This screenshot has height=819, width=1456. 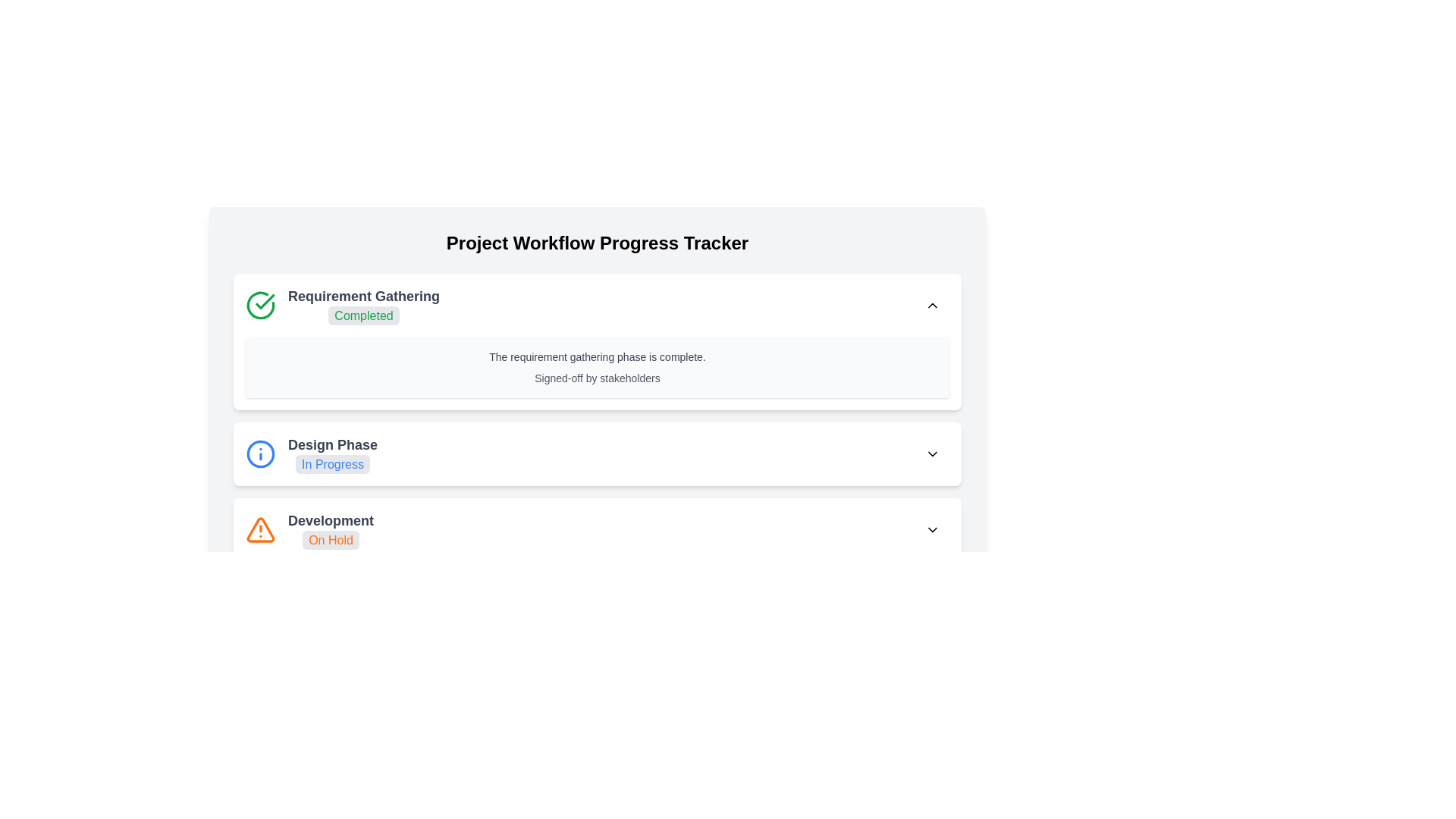 I want to click on the downward arrow on the 'Design Phase' section of the project progress tracker, so click(x=596, y=453).